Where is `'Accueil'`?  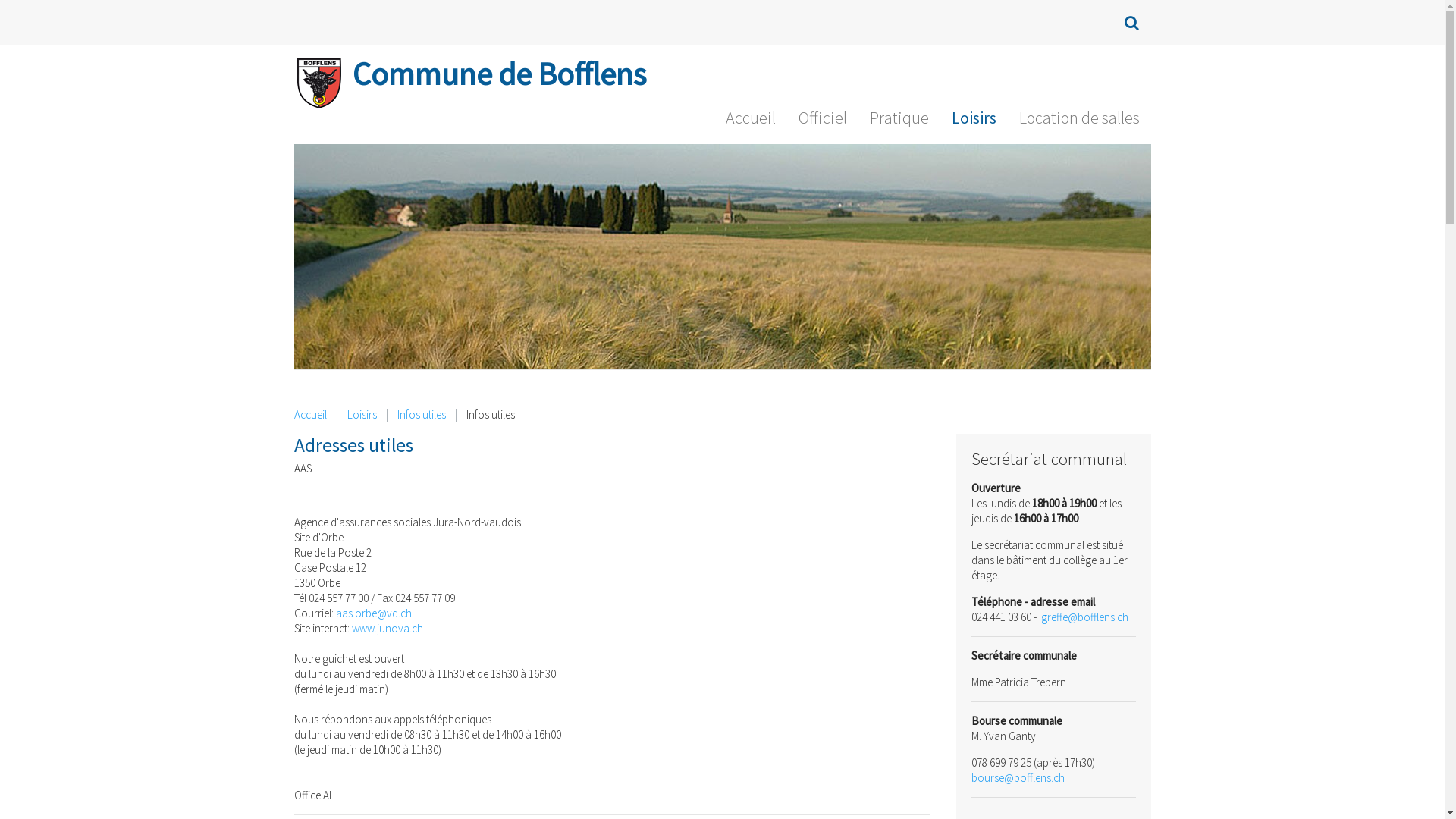 'Accueil' is located at coordinates (309, 415).